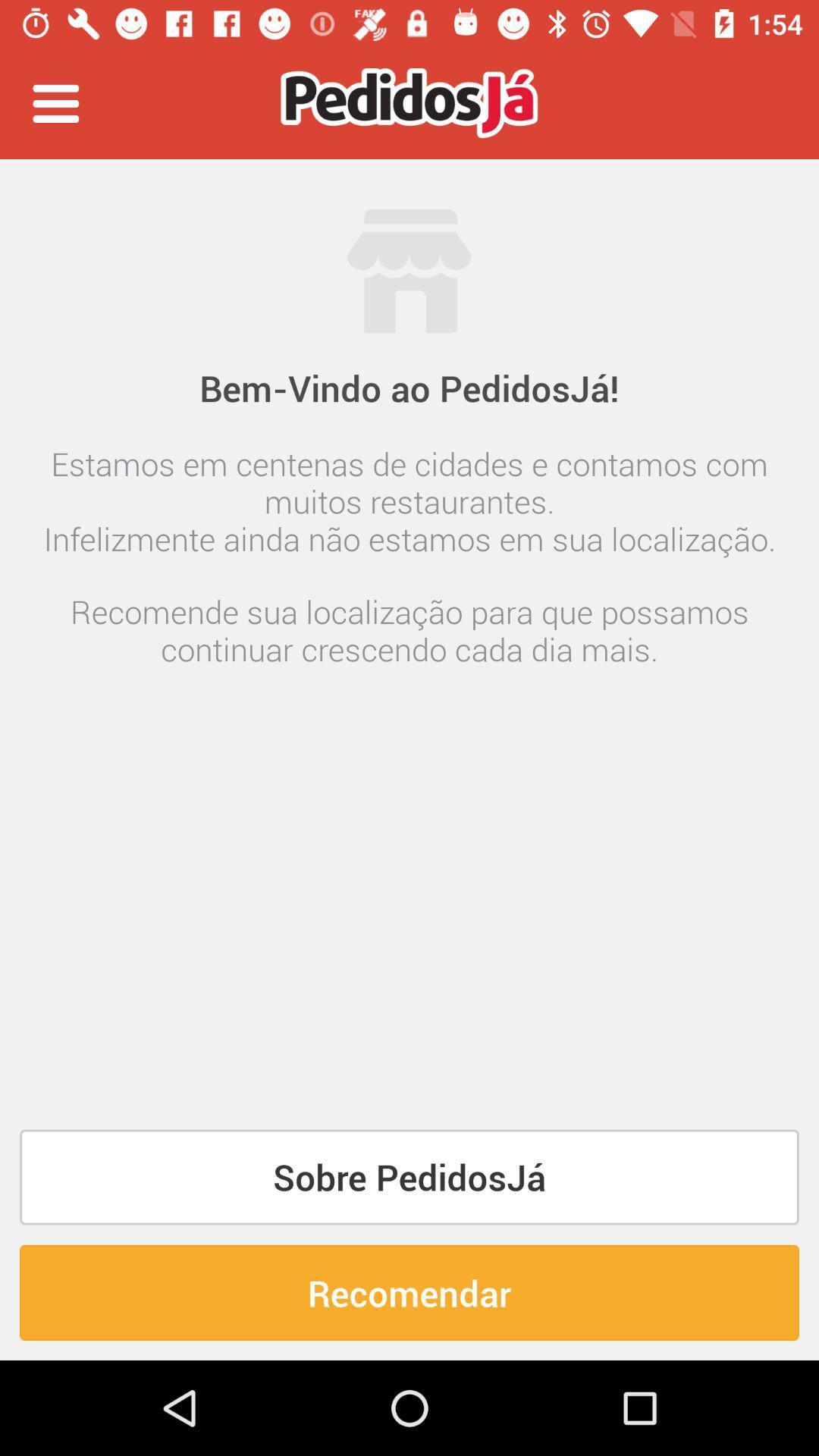 This screenshot has width=819, height=1456. Describe the element at coordinates (409, 1176) in the screenshot. I see `the icon above the recomendar icon` at that location.